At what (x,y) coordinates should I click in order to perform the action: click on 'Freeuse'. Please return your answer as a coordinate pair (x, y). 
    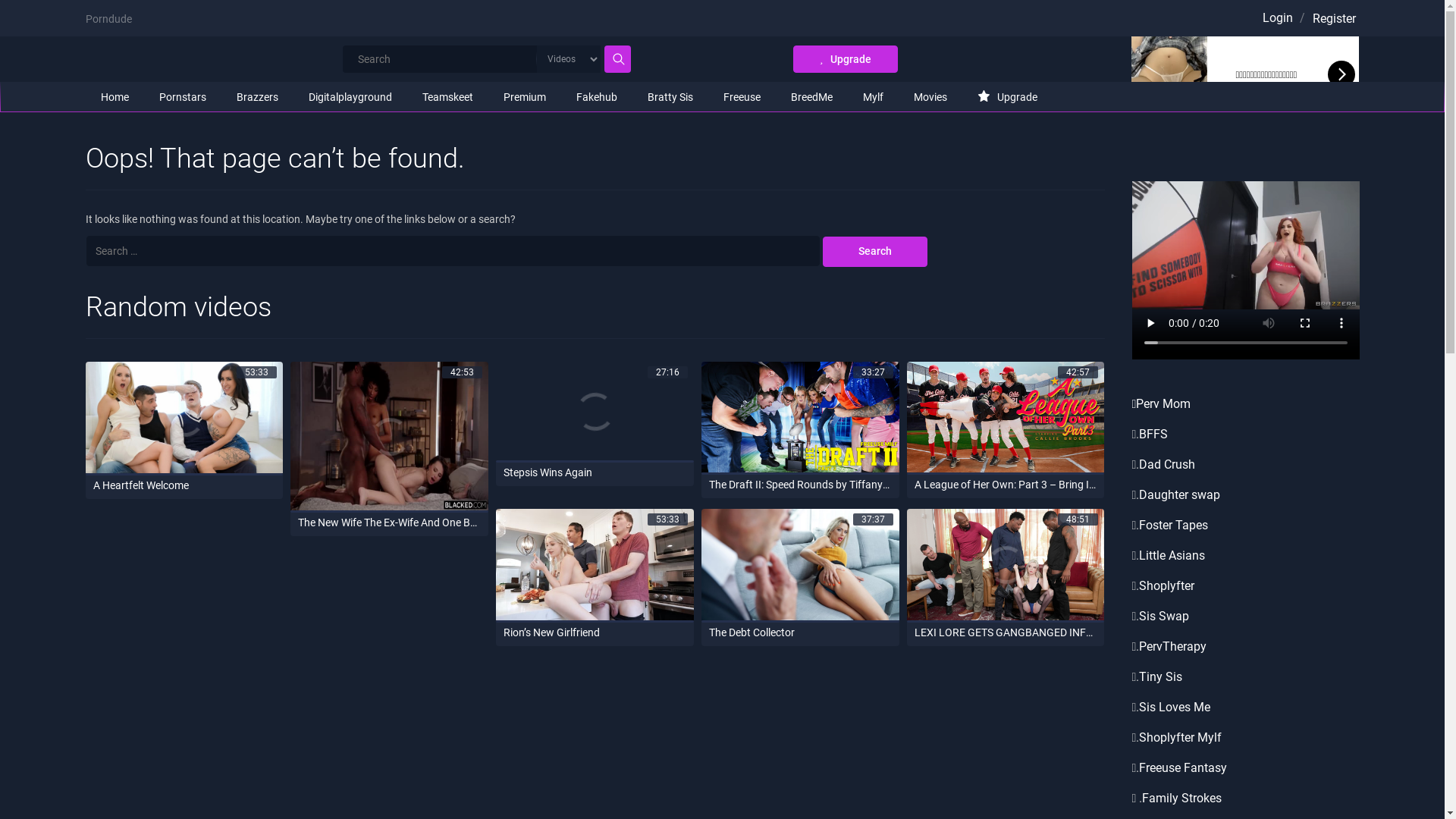
    Looking at the image, I should click on (742, 96).